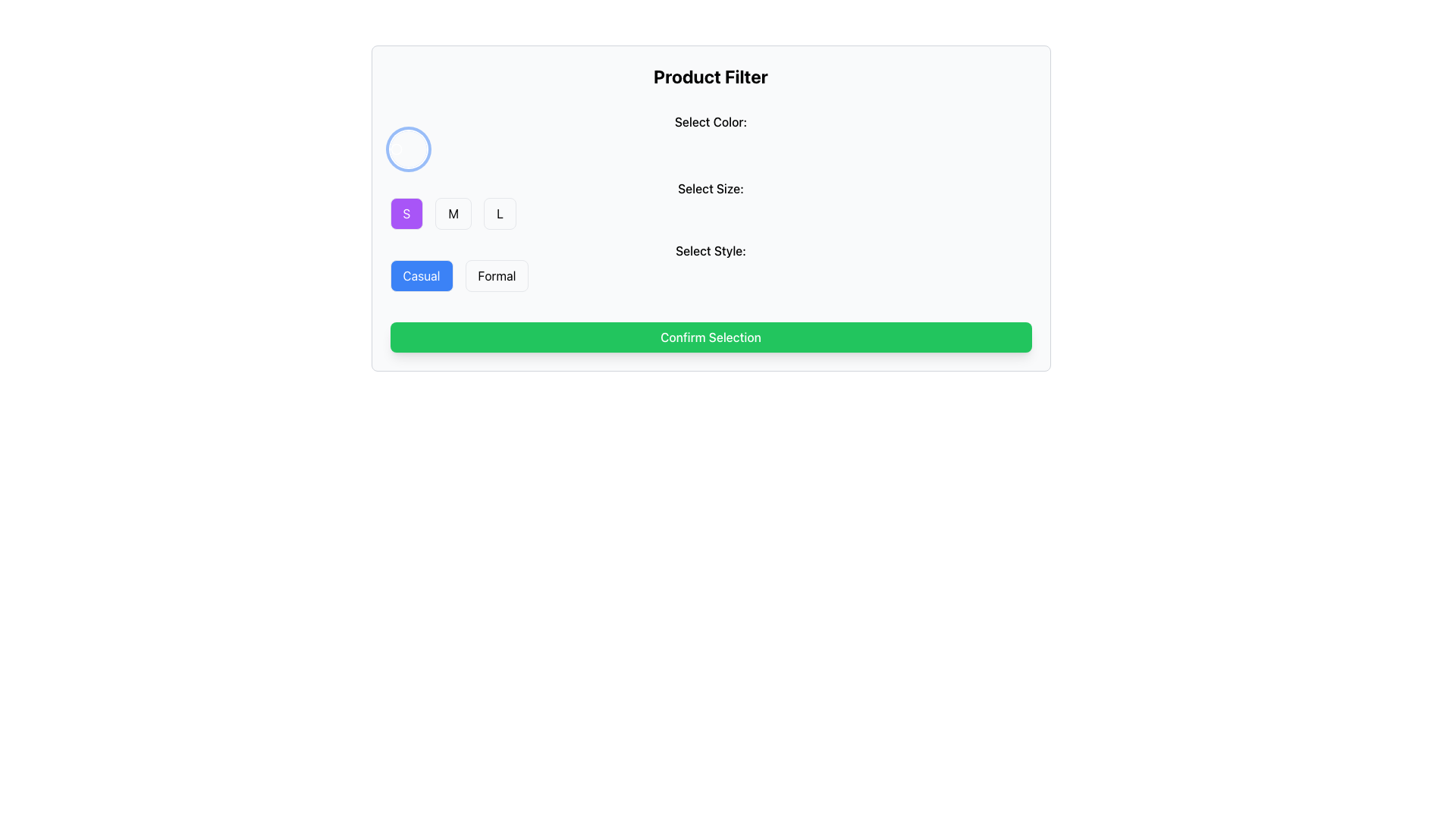 This screenshot has height=819, width=1456. What do you see at coordinates (505, 149) in the screenshot?
I see `the fifth circular button representing green color selection in the product filter` at bounding box center [505, 149].